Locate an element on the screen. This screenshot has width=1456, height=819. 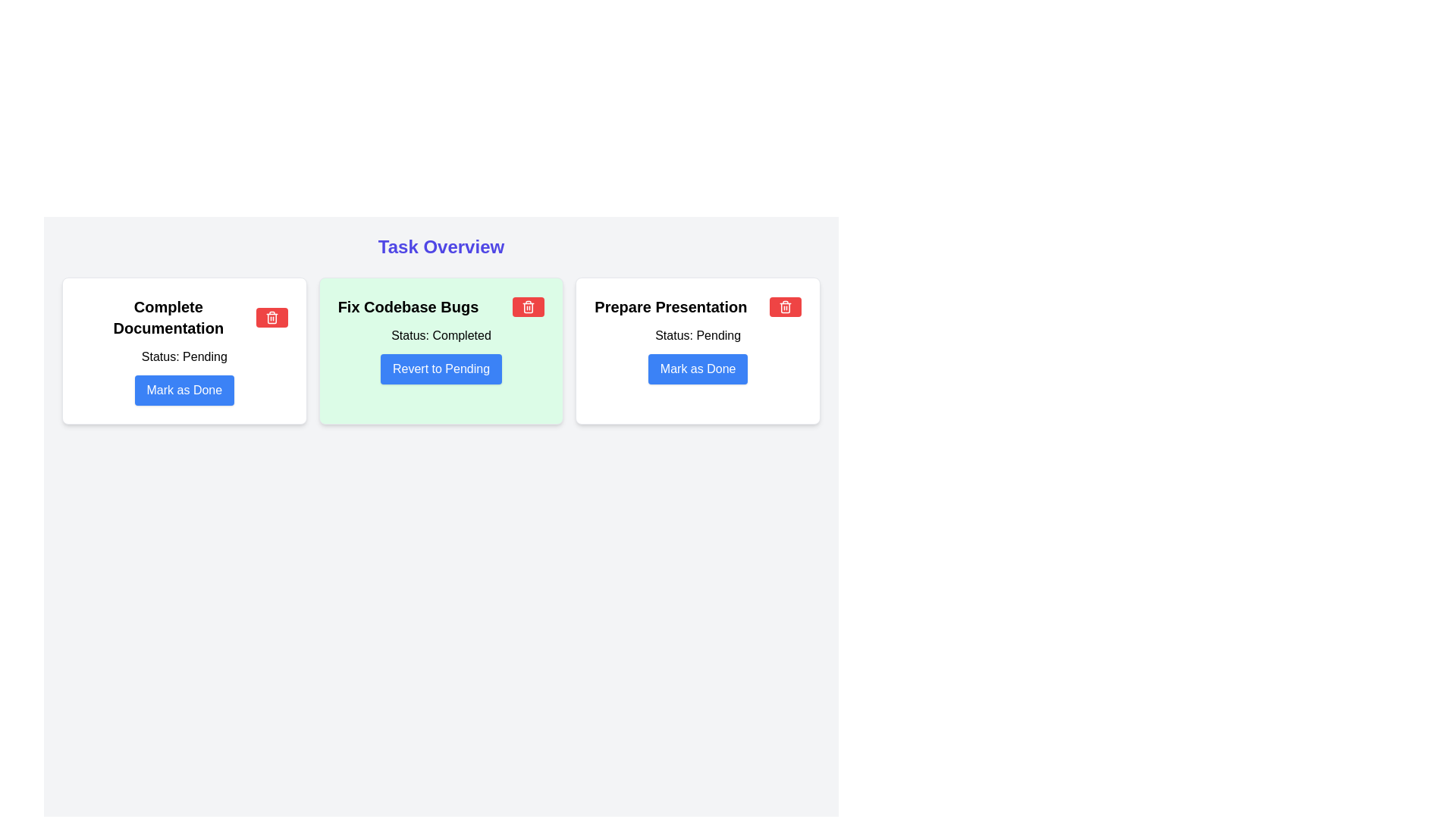
the trash can icon with a red background indicating the delete function, located at the top-right of the 'Fix Codebase Bugs' task card is located at coordinates (786, 307).